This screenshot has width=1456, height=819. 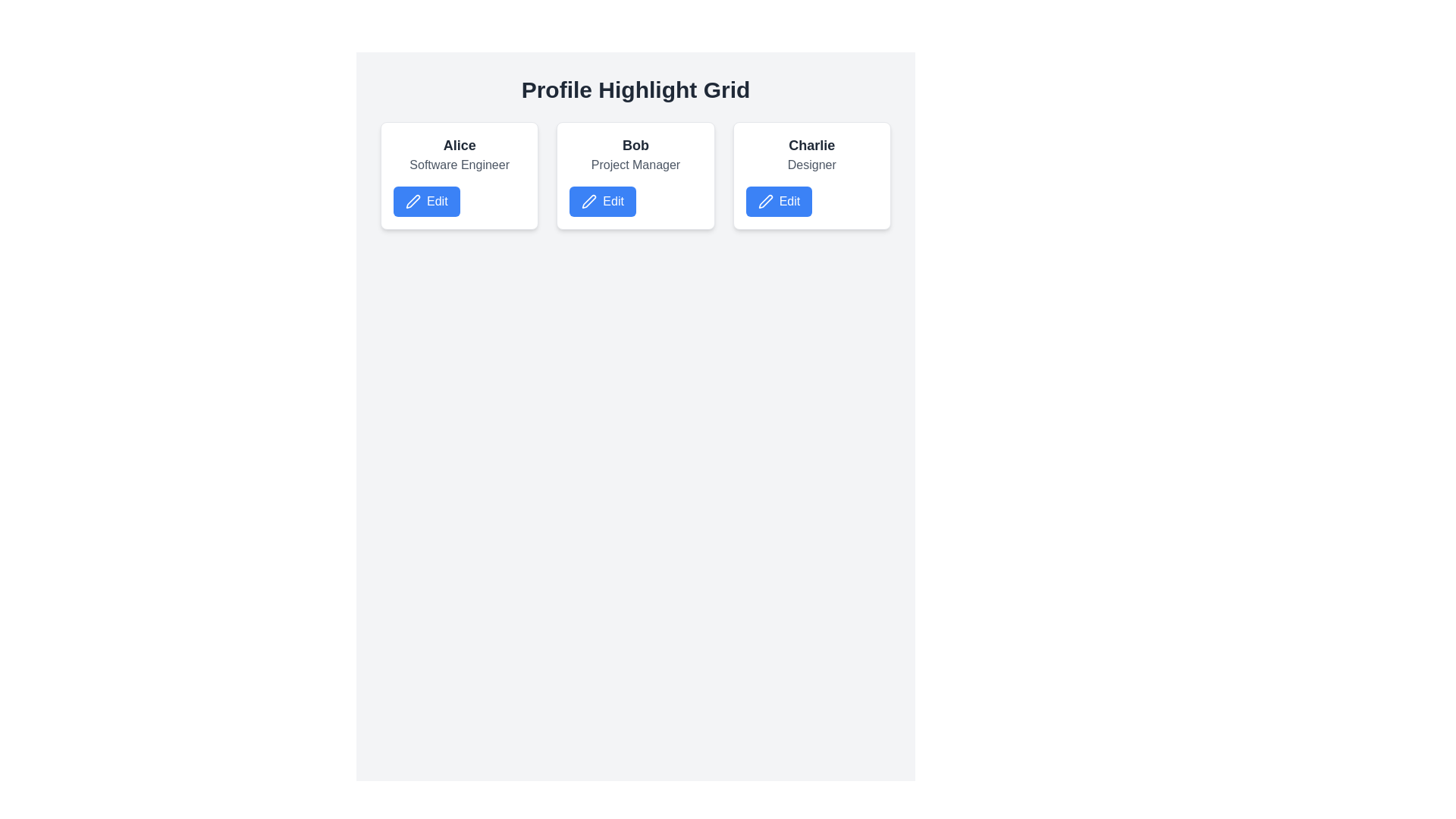 I want to click on the 'Edit' icon located at the bottom left of the 'Edit' button for Bob's profile card, so click(x=588, y=201).